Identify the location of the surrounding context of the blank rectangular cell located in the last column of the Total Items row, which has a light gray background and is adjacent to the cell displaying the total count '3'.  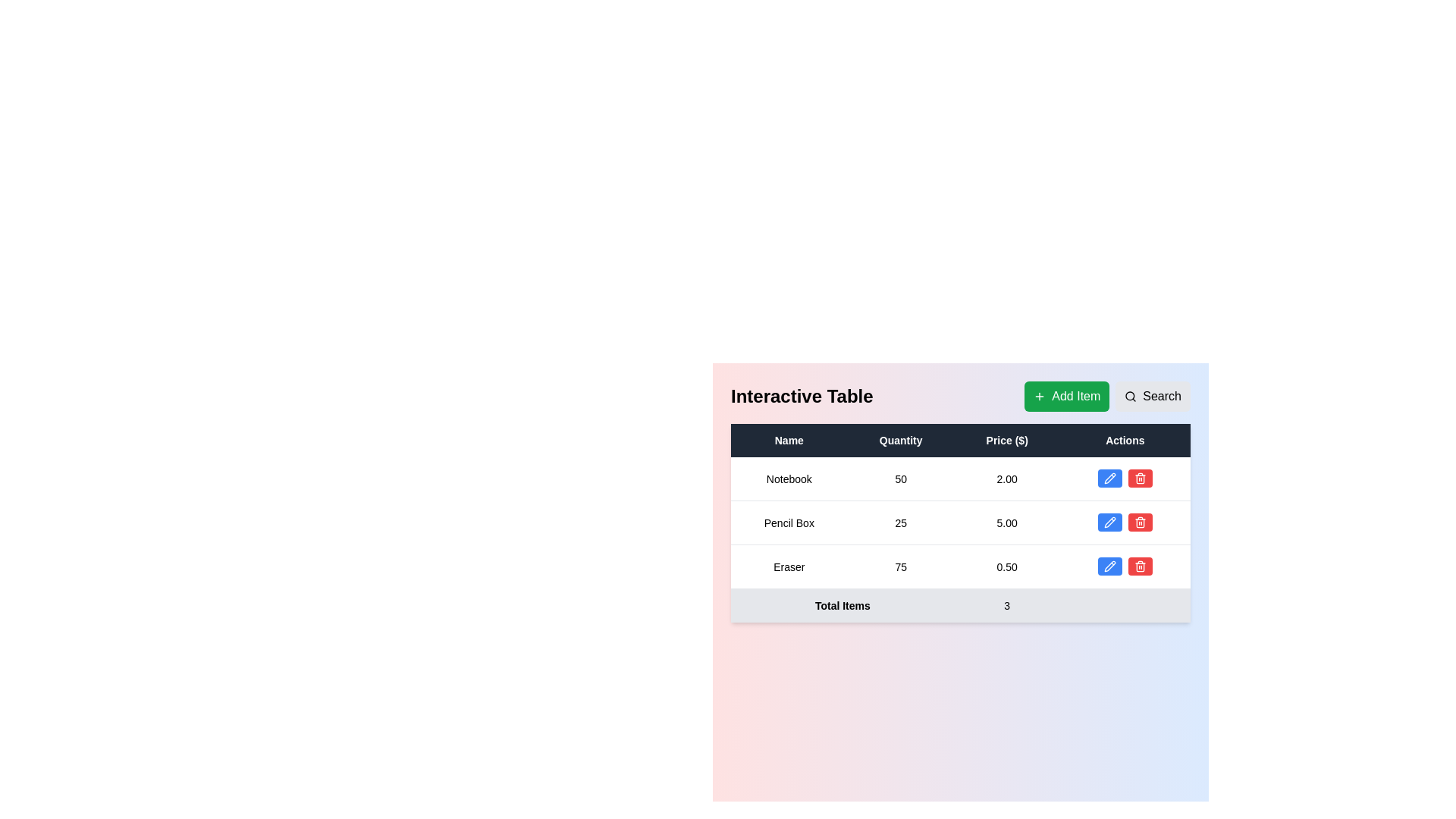
(1125, 604).